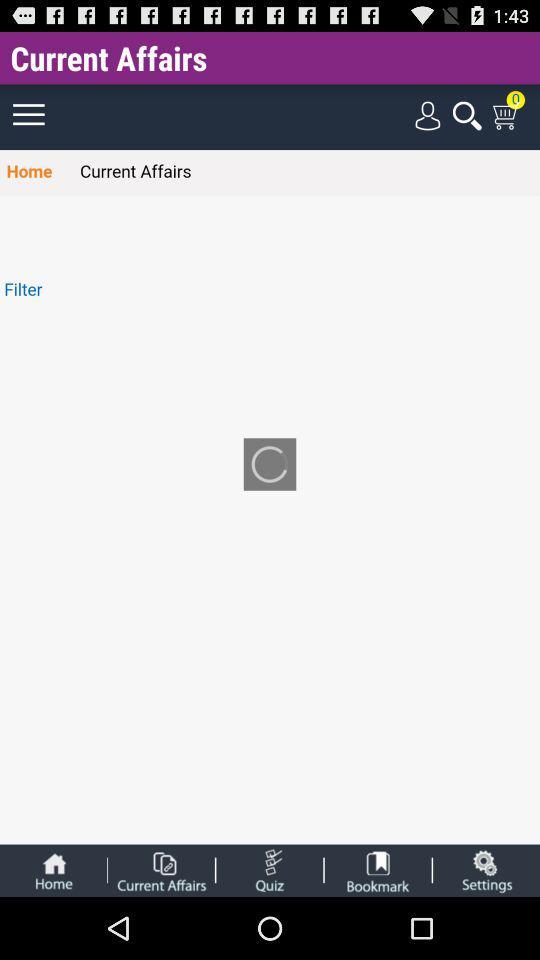 The height and width of the screenshot is (960, 540). What do you see at coordinates (160, 869) in the screenshot?
I see `aba para abrir assuntos atuais` at bounding box center [160, 869].